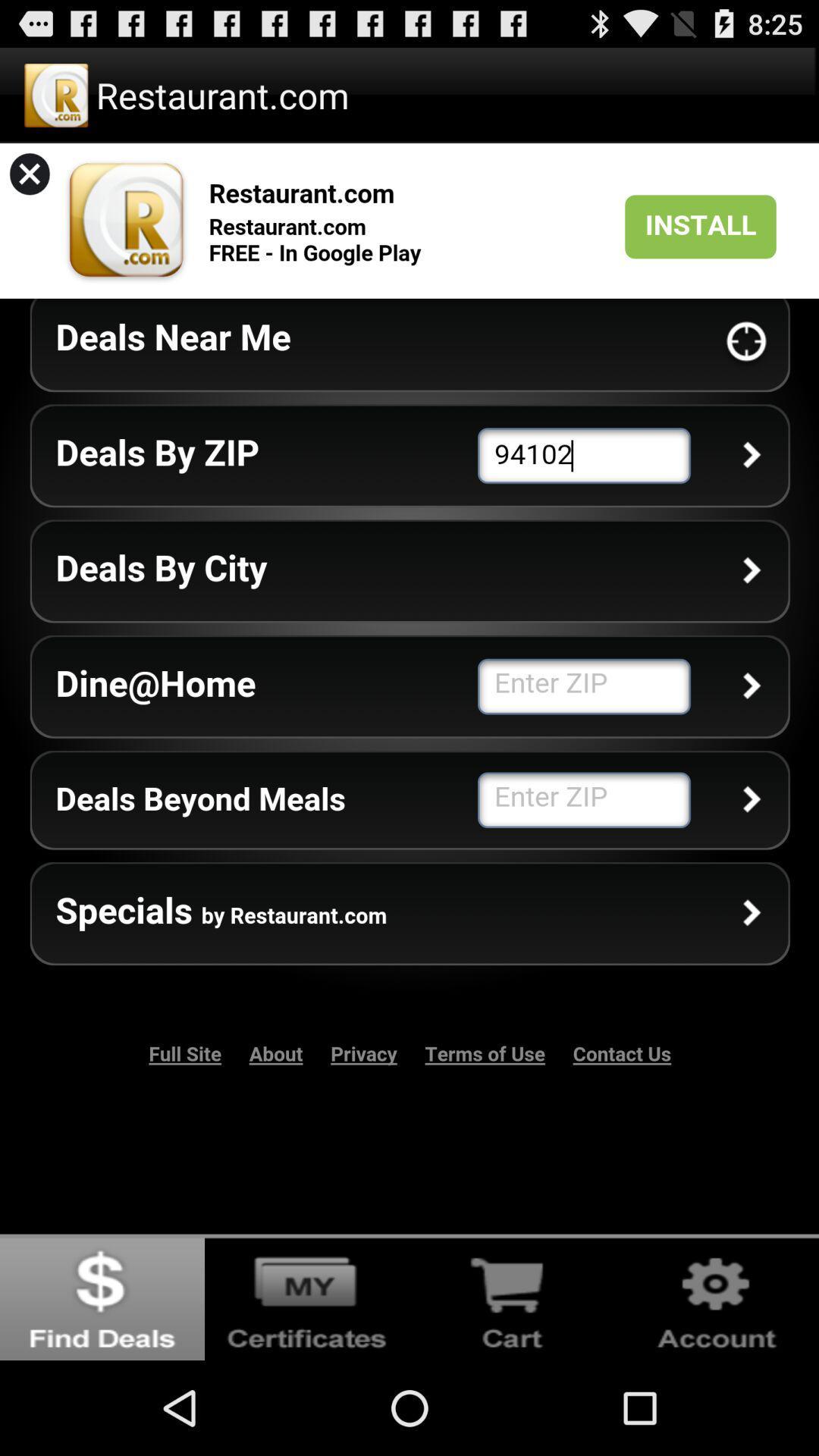 The width and height of the screenshot is (819, 1456). I want to click on go back, so click(102, 1296).